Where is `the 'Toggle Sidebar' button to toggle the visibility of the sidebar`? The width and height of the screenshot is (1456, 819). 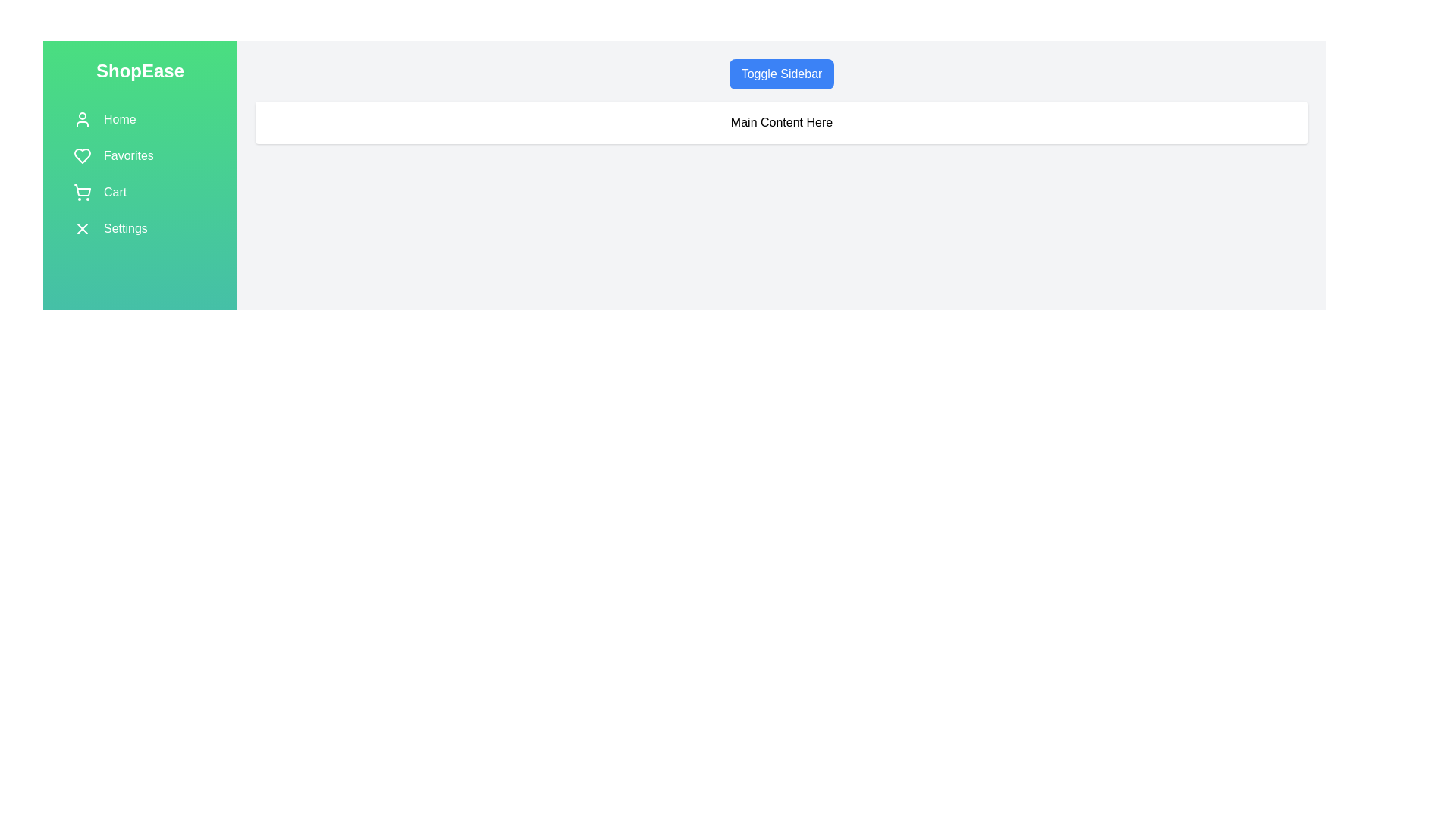
the 'Toggle Sidebar' button to toggle the visibility of the sidebar is located at coordinates (782, 74).